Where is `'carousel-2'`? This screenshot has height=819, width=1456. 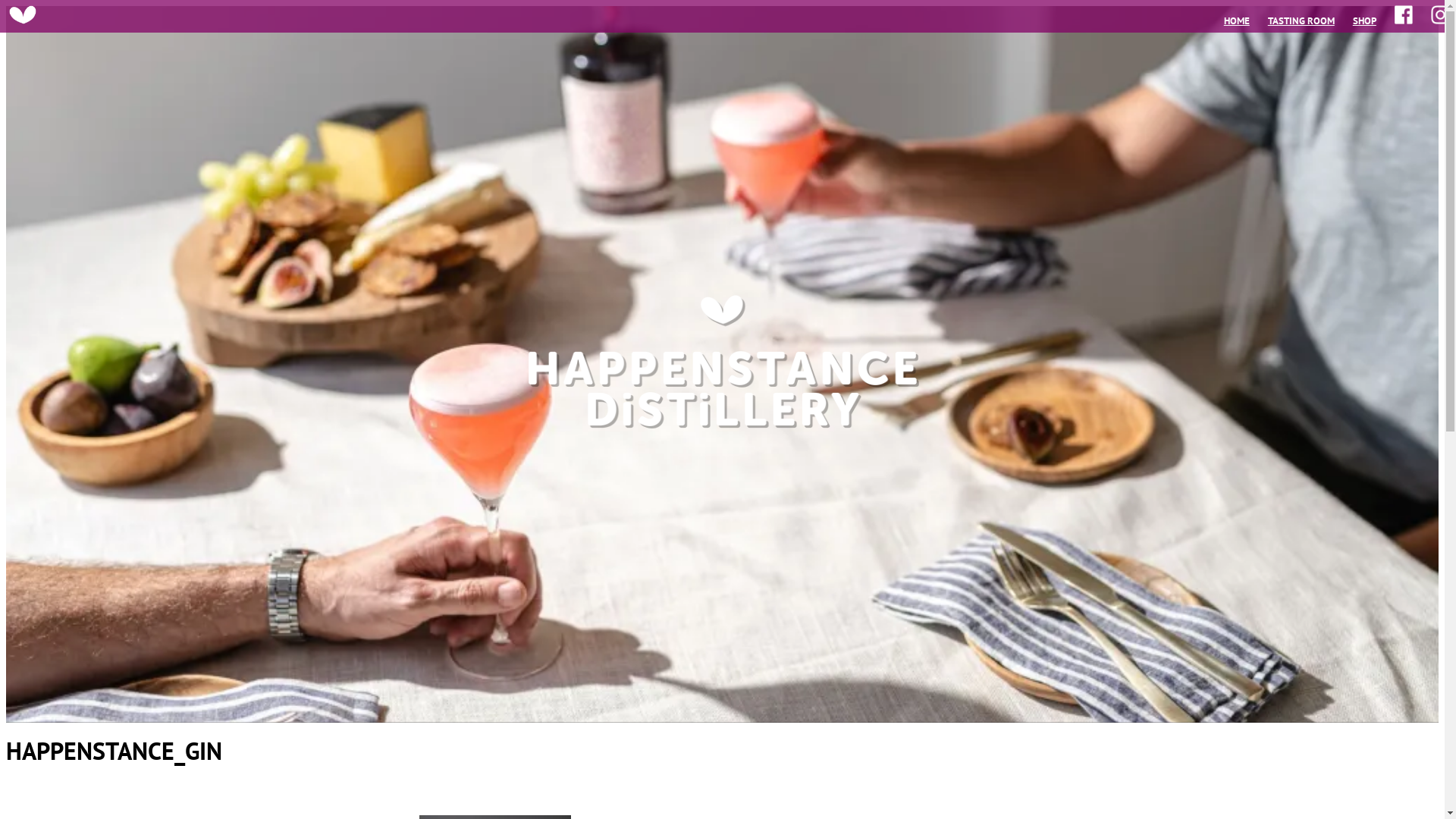
'carousel-2' is located at coordinates (721, 364).